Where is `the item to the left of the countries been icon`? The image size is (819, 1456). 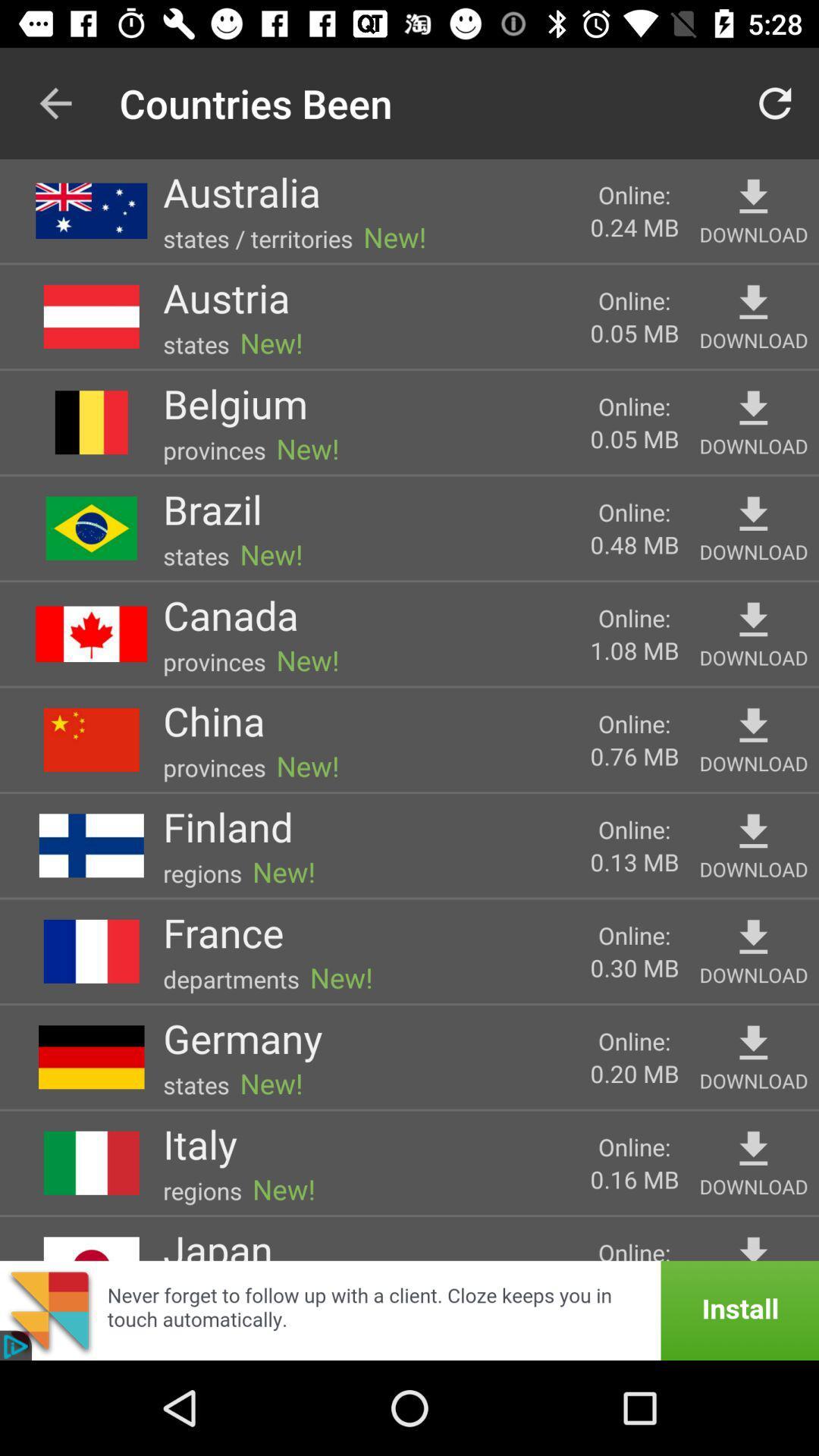
the item to the left of the countries been icon is located at coordinates (55, 102).